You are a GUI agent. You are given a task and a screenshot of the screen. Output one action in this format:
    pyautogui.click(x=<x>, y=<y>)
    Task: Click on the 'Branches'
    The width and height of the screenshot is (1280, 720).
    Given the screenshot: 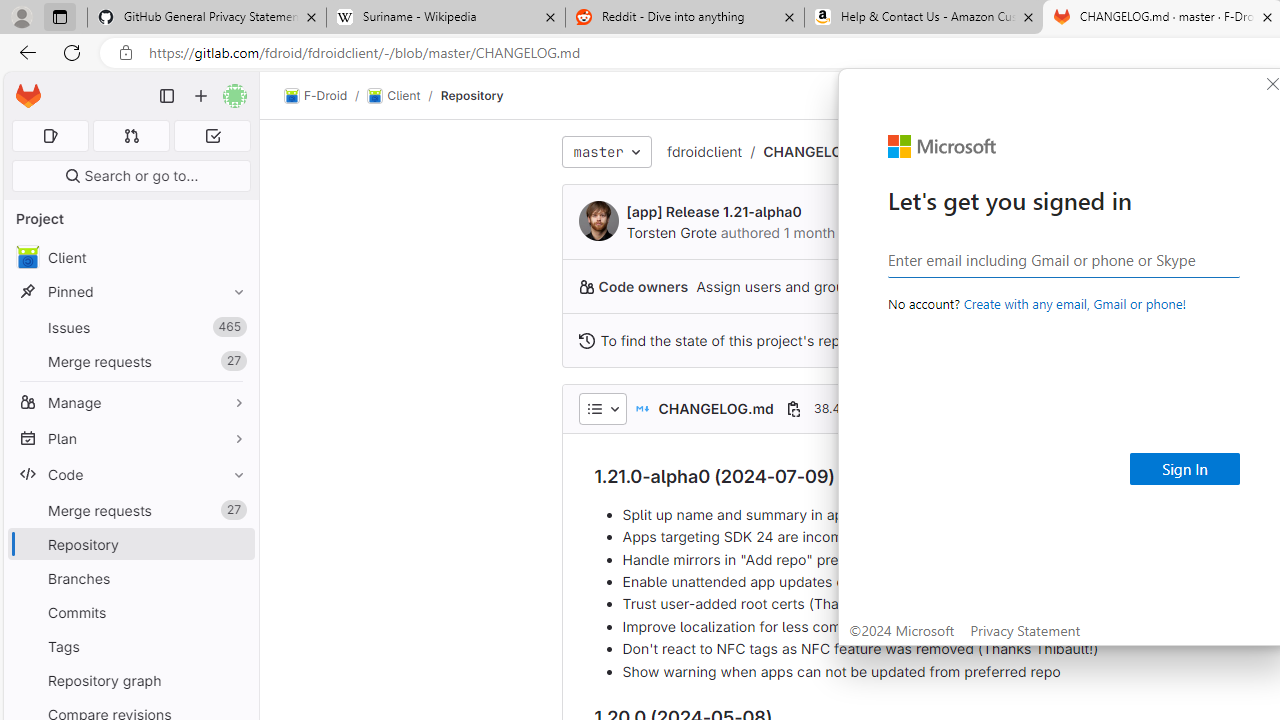 What is the action you would take?
    pyautogui.click(x=130, y=578)
    